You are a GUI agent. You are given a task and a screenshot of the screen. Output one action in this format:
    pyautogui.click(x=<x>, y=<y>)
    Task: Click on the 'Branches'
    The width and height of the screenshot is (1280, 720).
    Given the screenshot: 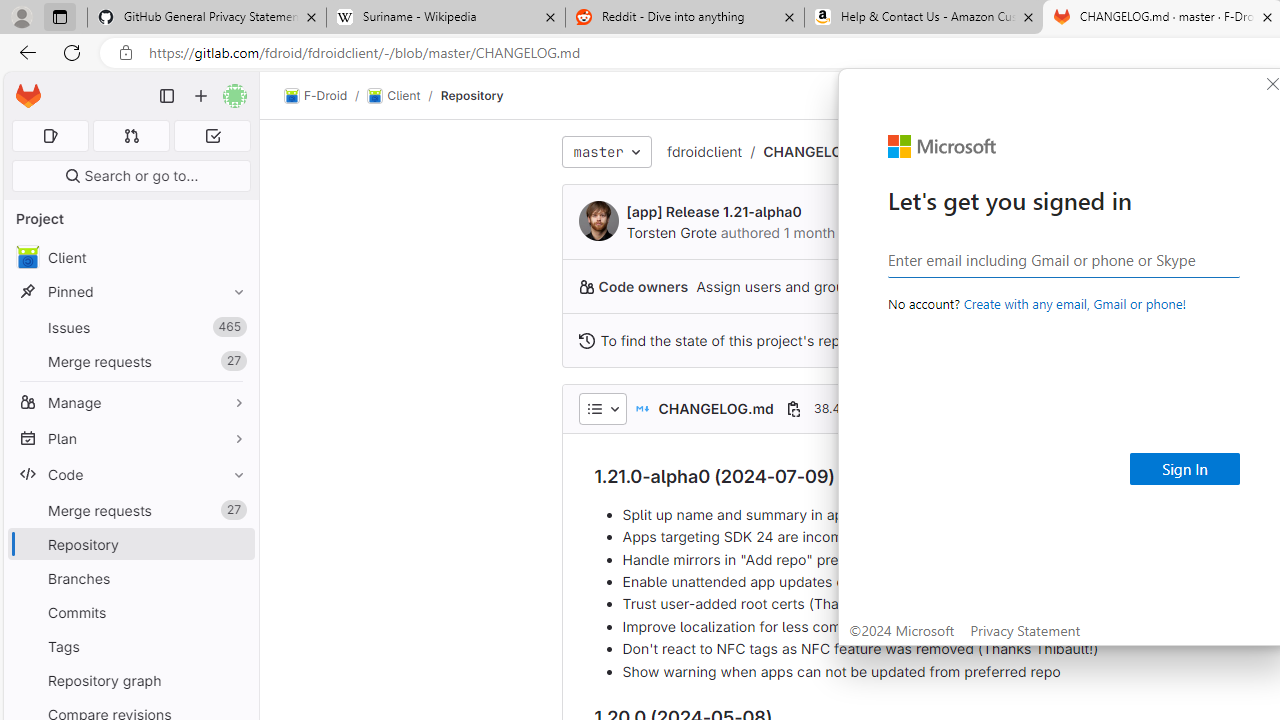 What is the action you would take?
    pyautogui.click(x=130, y=578)
    